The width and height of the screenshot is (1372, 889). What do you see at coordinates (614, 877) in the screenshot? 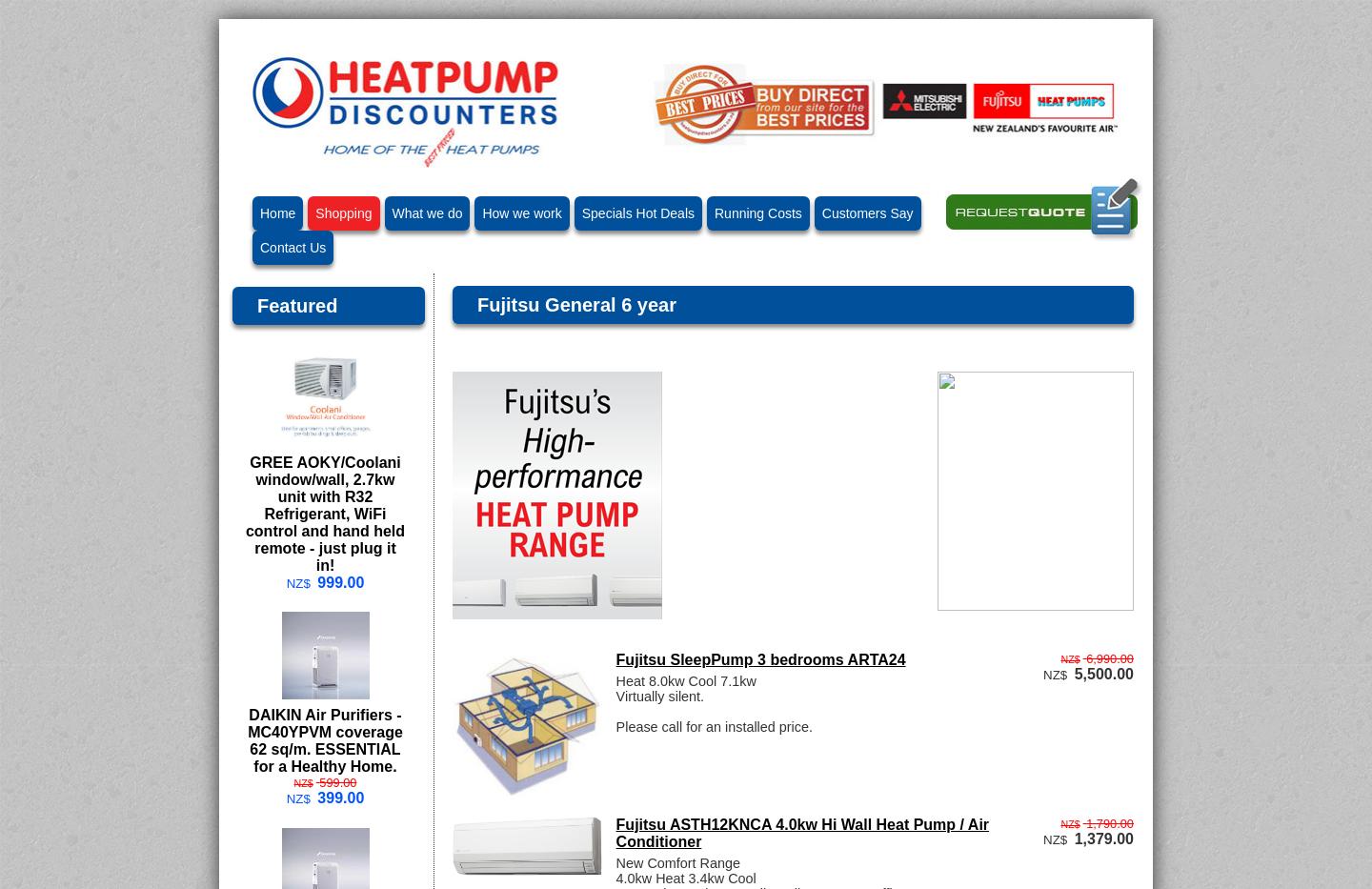
I see `'4.0kw Heat 3.4kw Cool'` at bounding box center [614, 877].